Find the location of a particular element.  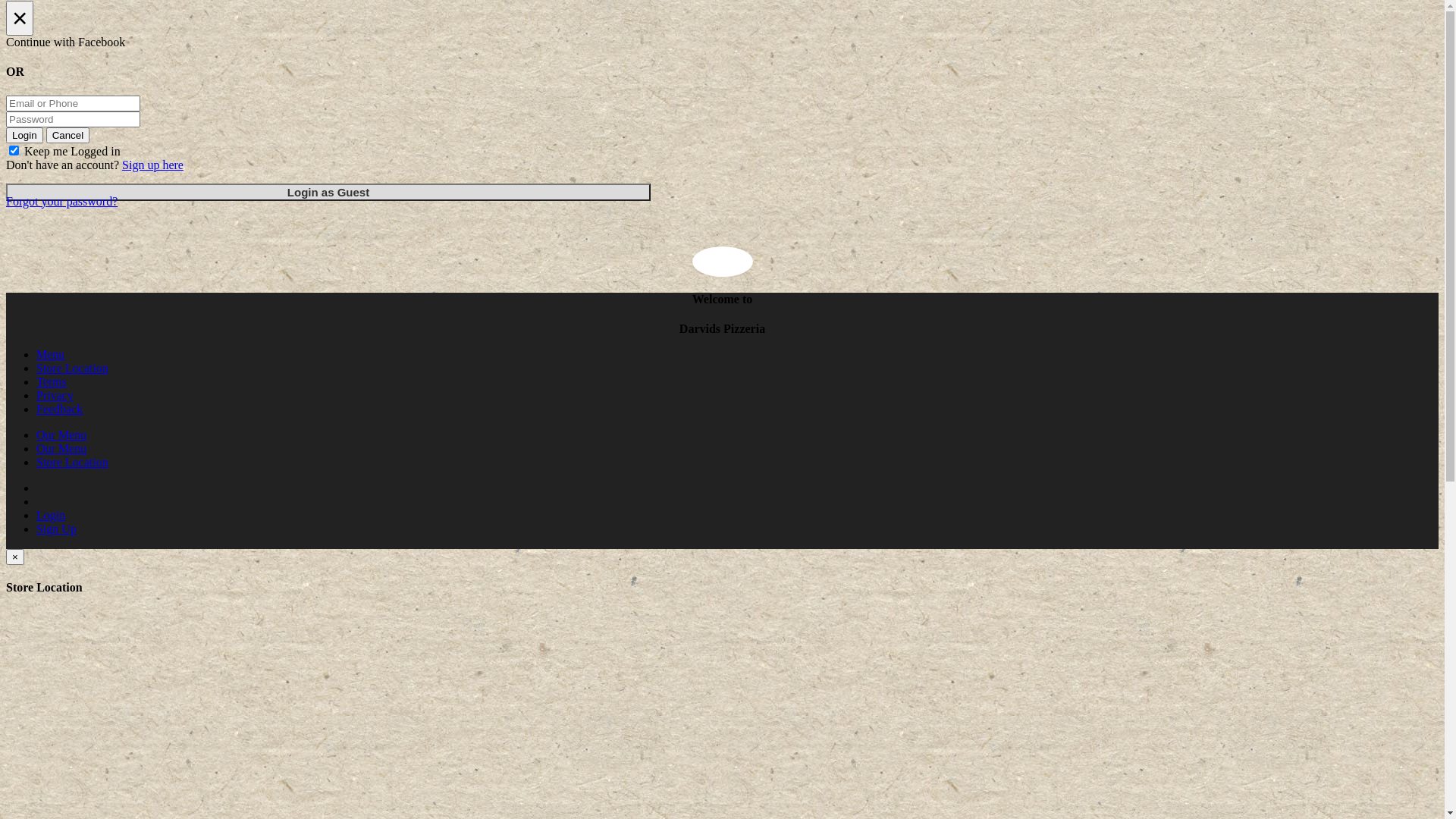

'Privacy' is located at coordinates (55, 394).